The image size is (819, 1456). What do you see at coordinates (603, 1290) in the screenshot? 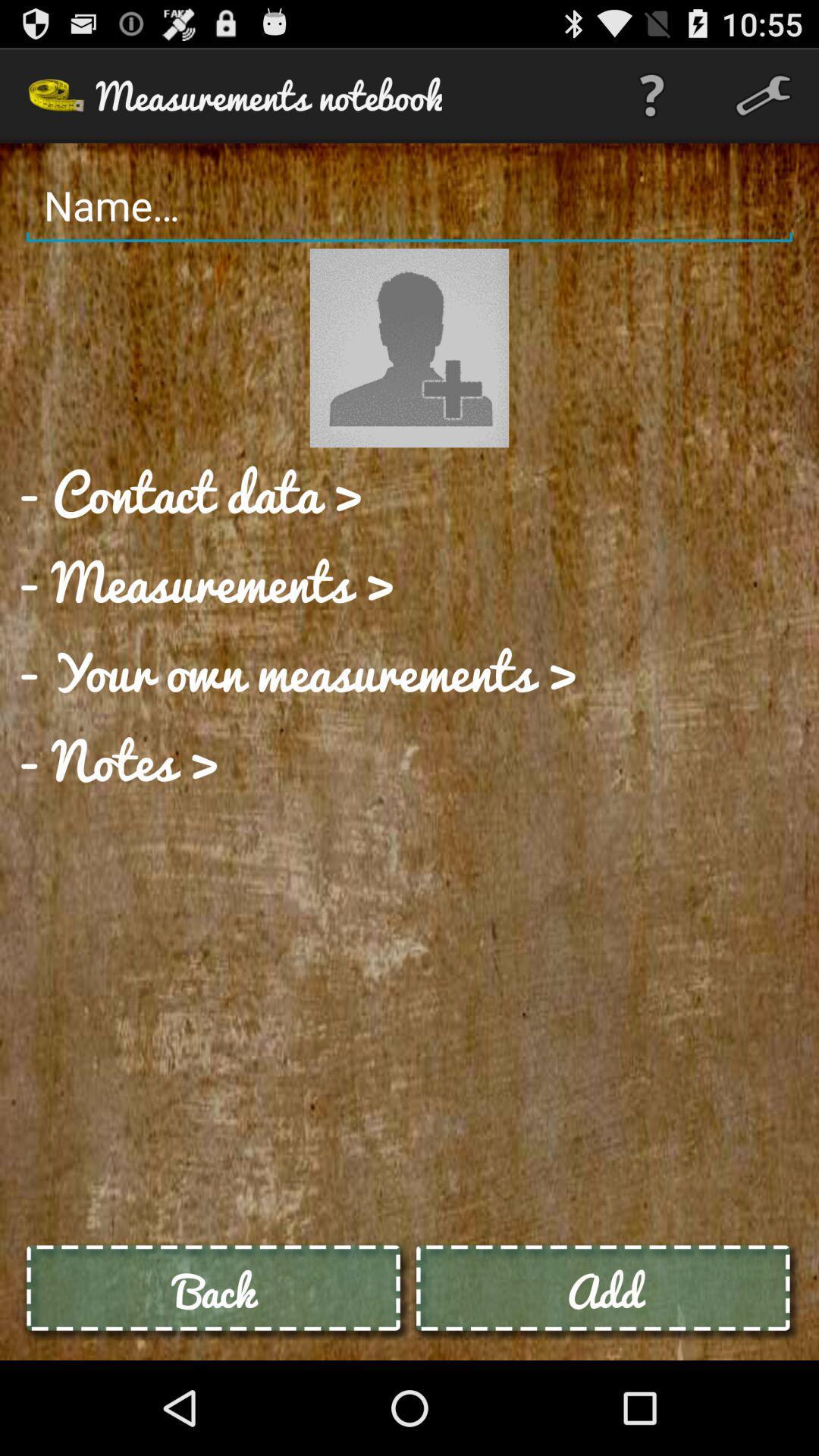
I see `icon to the right of the back button` at bounding box center [603, 1290].